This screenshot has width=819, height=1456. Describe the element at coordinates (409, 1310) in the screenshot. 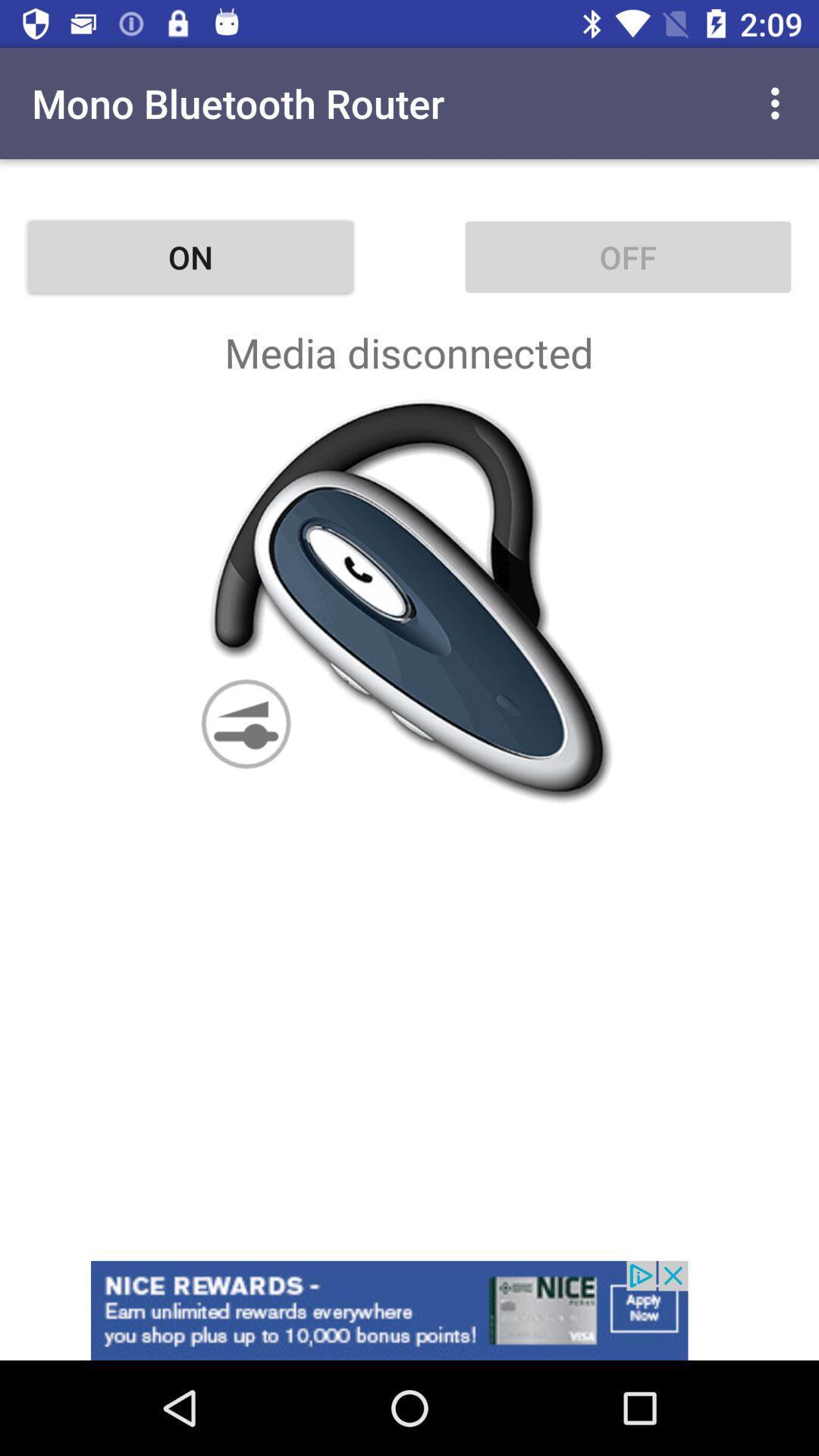

I see `tap to view advertisement` at that location.